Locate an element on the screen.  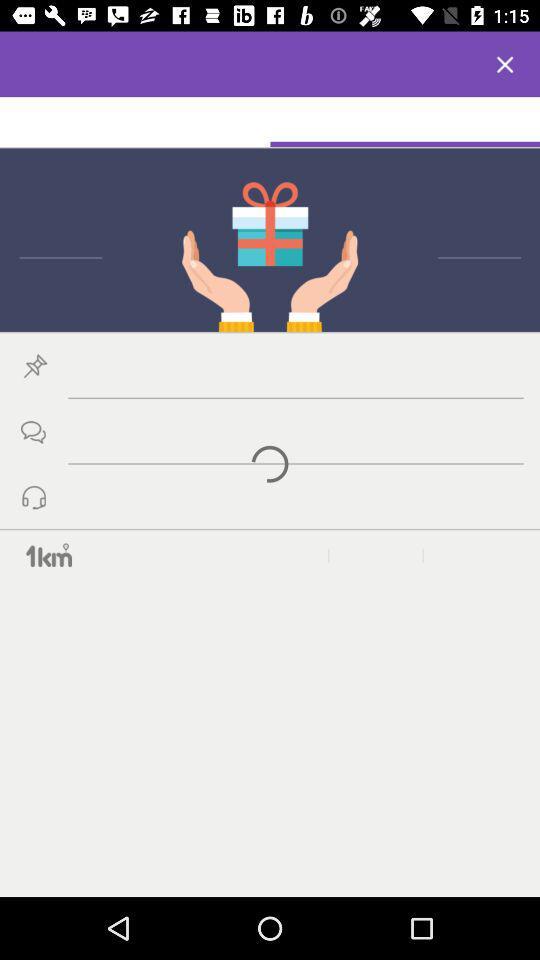
close is located at coordinates (504, 64).